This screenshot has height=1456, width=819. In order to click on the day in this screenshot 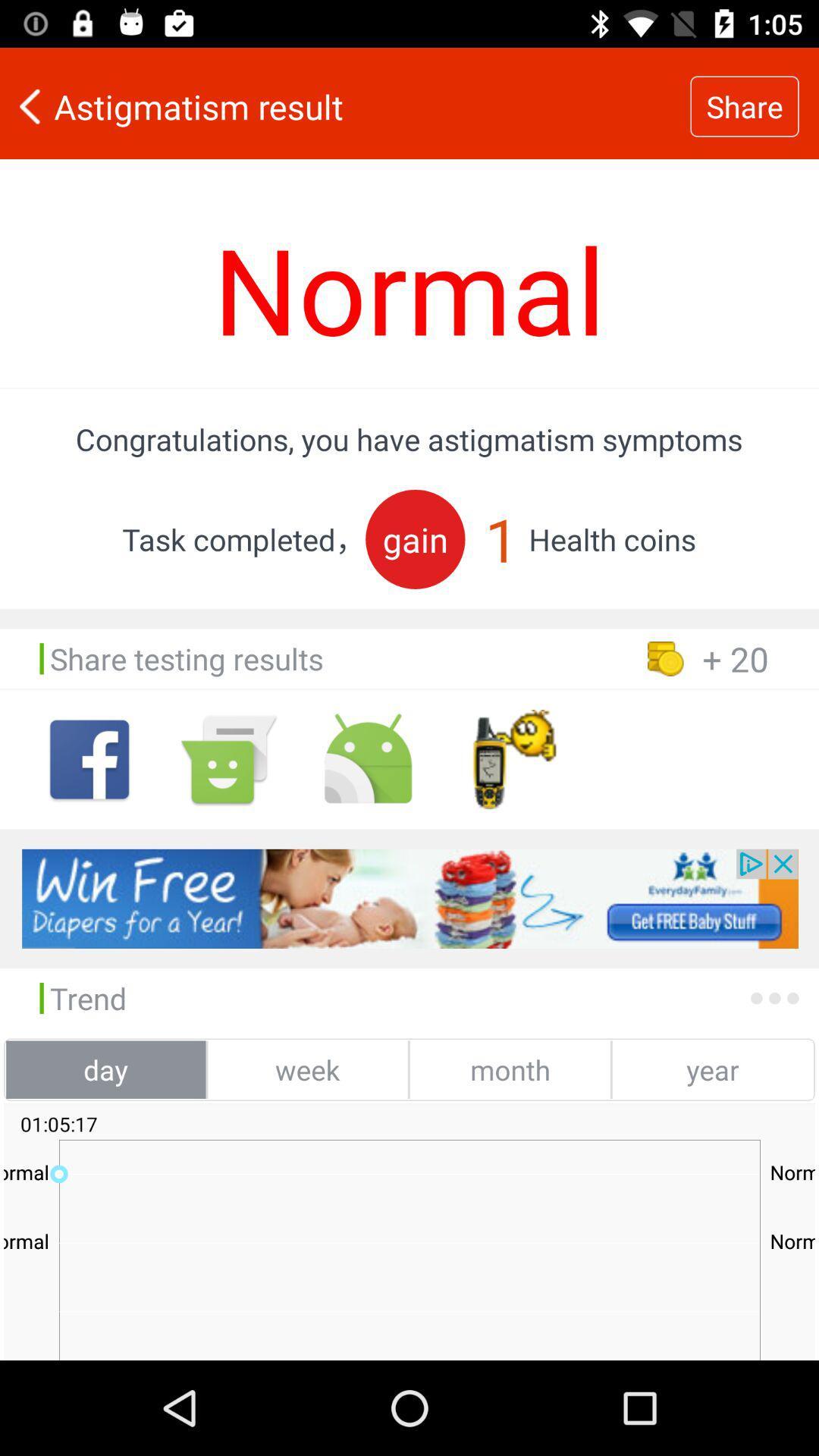, I will do `click(105, 1068)`.